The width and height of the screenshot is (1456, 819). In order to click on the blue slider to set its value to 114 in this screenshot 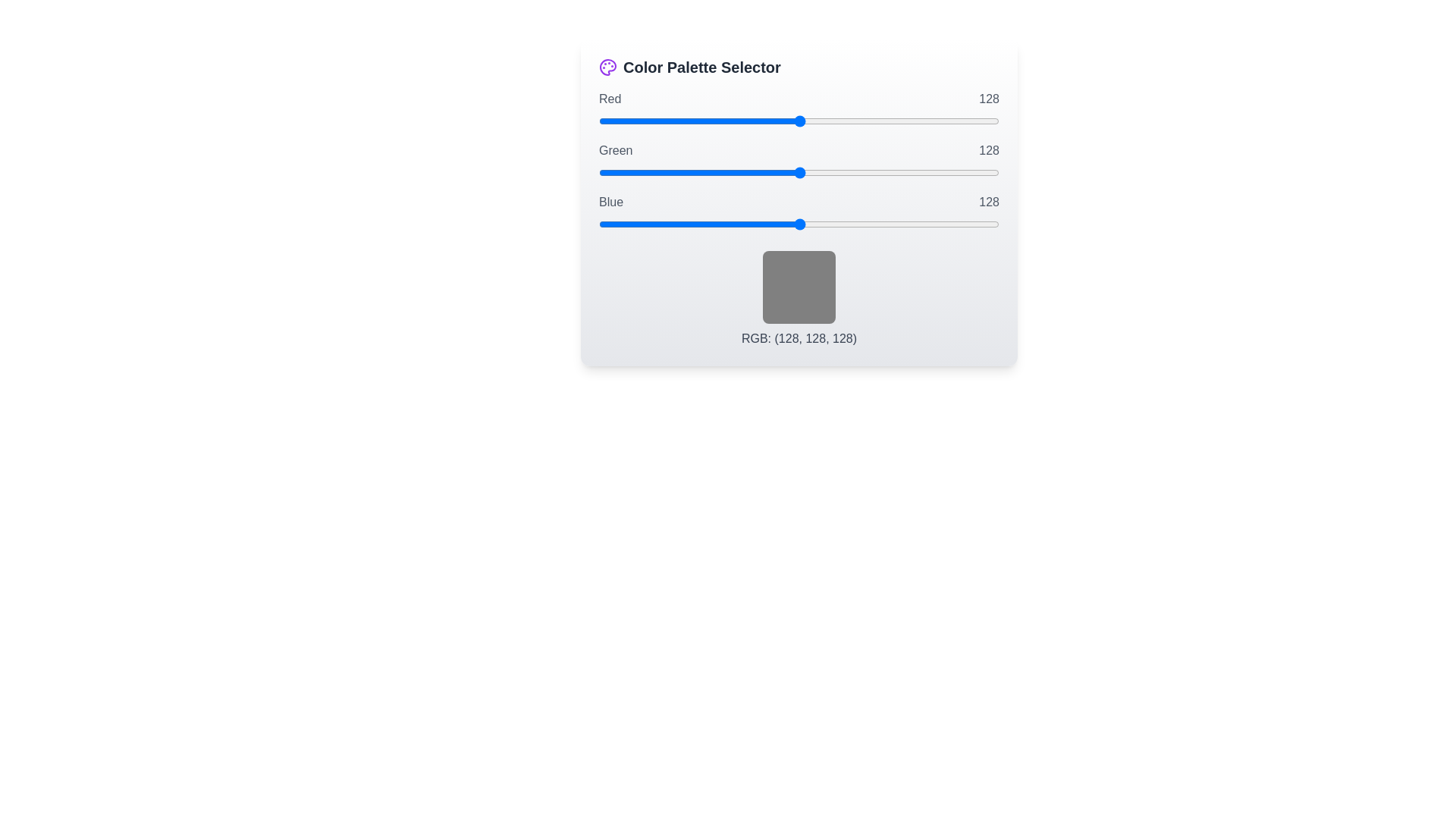, I will do `click(778, 224)`.